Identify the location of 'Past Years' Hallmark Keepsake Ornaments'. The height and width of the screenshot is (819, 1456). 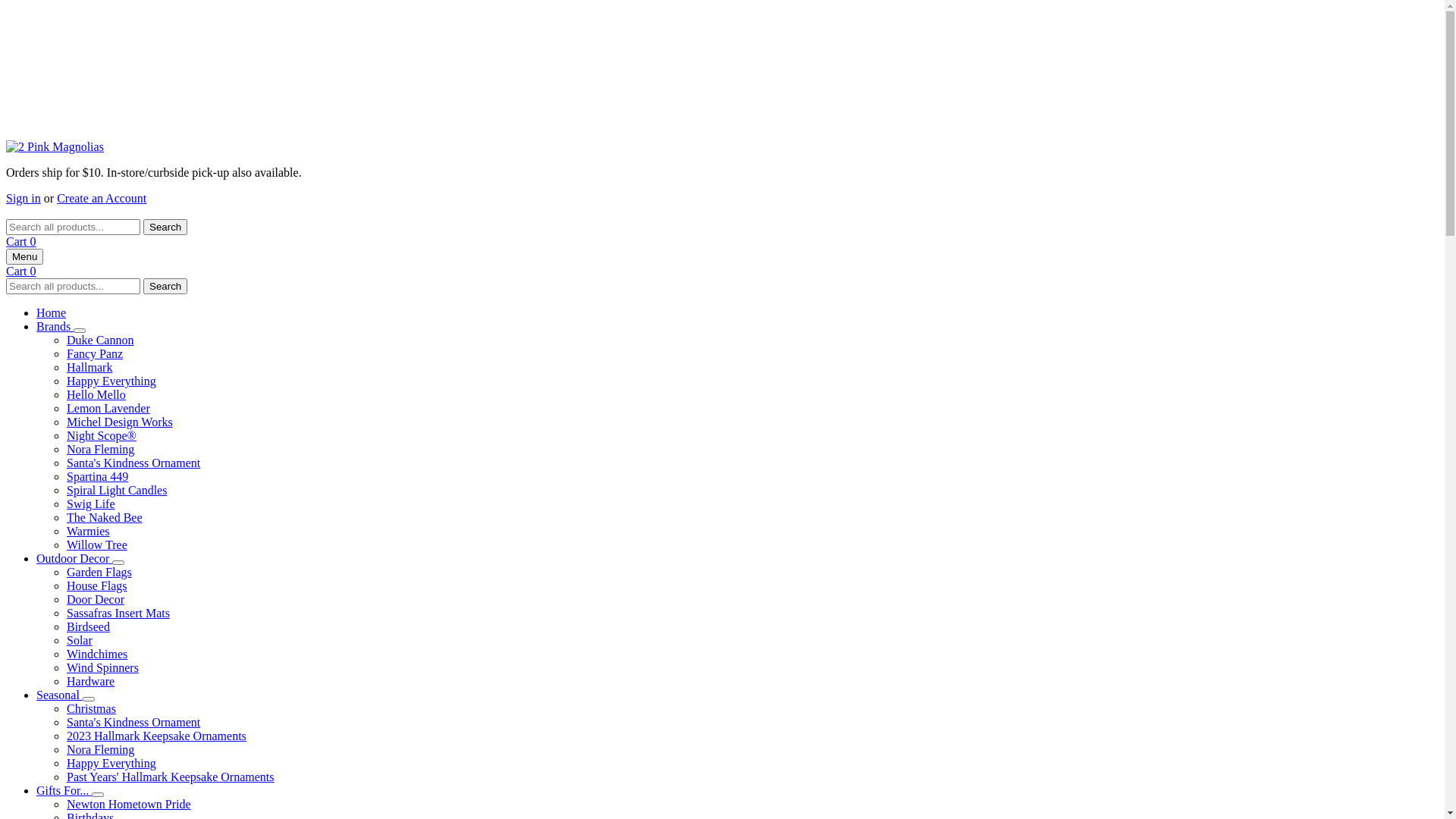
(170, 777).